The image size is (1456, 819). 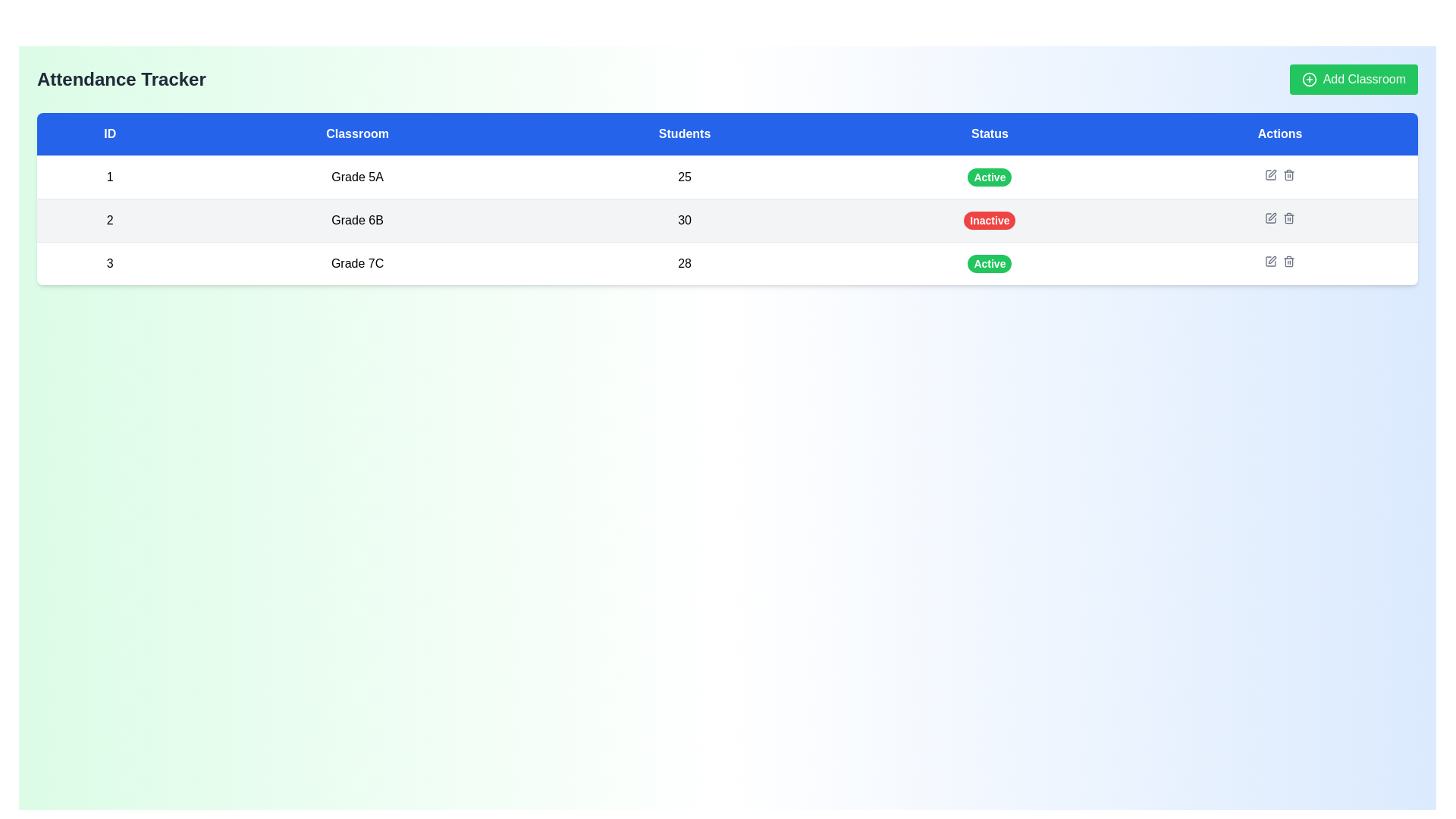 What do you see at coordinates (356, 177) in the screenshot?
I see `the text label displaying 'Grade 5A' which is centered in its cell in the second column of the first row of the table` at bounding box center [356, 177].